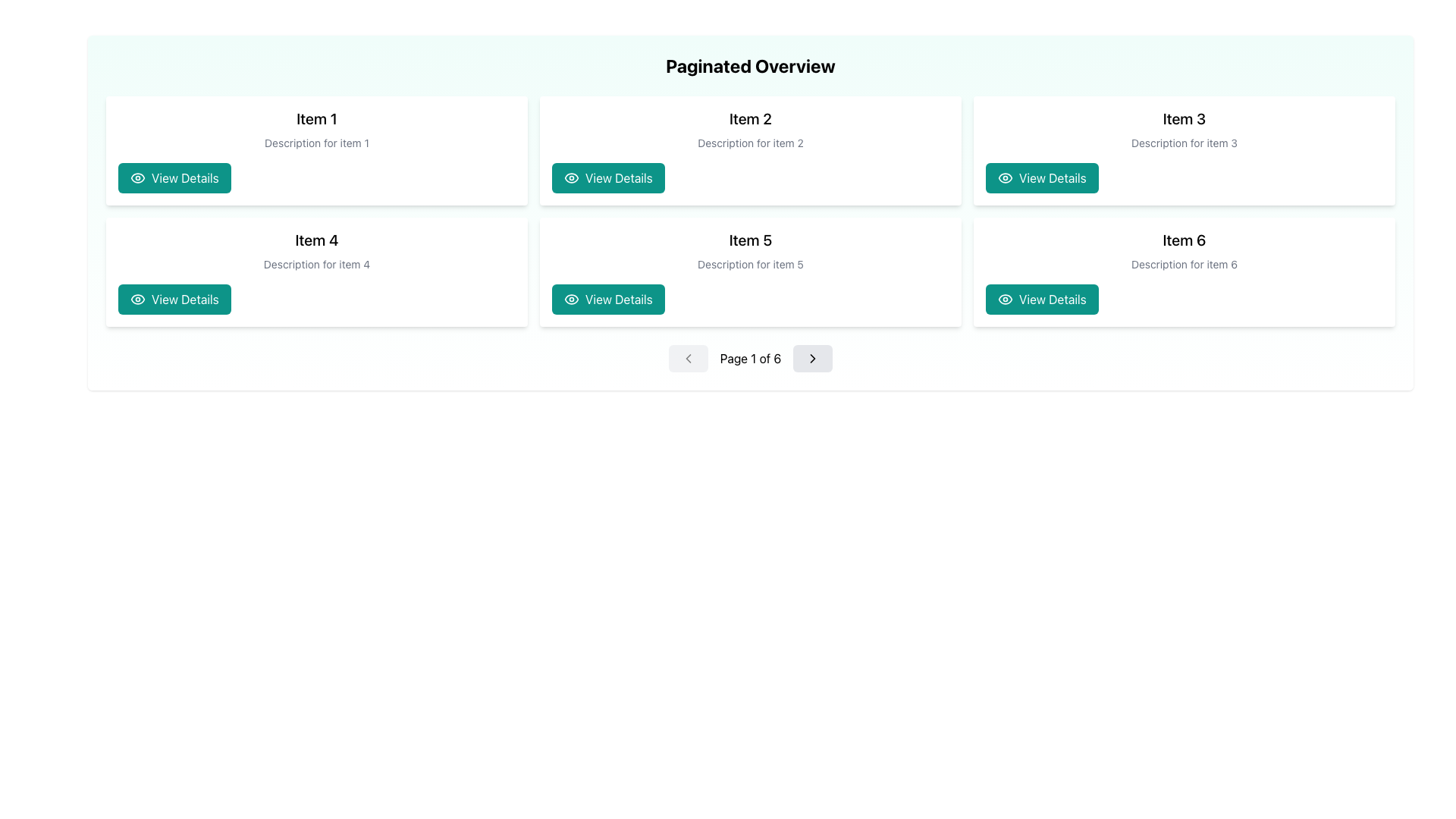 The width and height of the screenshot is (1456, 819). I want to click on the curved outer shape of the eye icon within the 'View Details' button associated with the fifth item in the grid layout, positioned in the second row and second column, so click(570, 299).